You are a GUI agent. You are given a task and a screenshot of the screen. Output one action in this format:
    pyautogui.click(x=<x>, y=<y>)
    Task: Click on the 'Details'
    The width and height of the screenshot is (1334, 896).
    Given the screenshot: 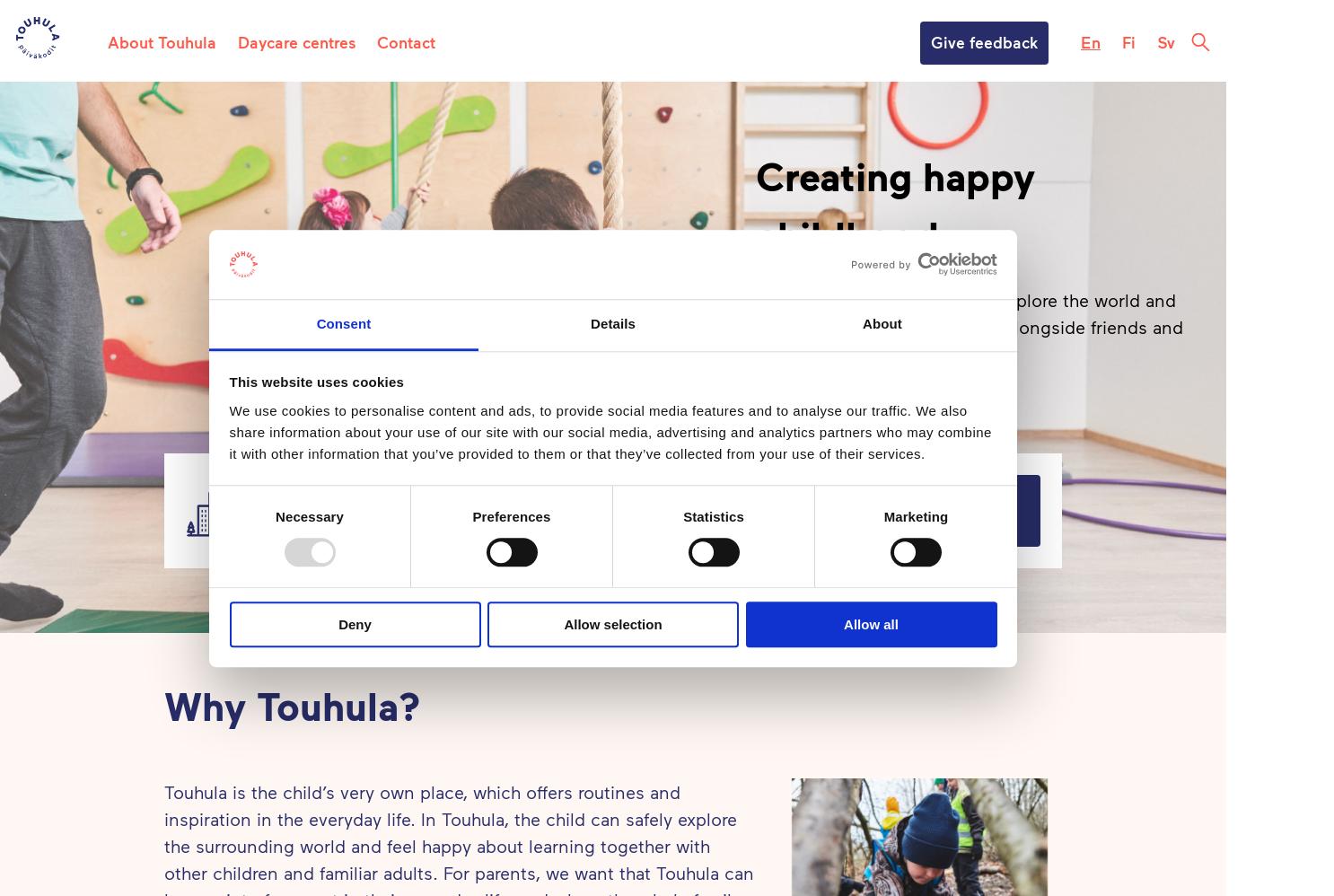 What is the action you would take?
    pyautogui.click(x=612, y=322)
    